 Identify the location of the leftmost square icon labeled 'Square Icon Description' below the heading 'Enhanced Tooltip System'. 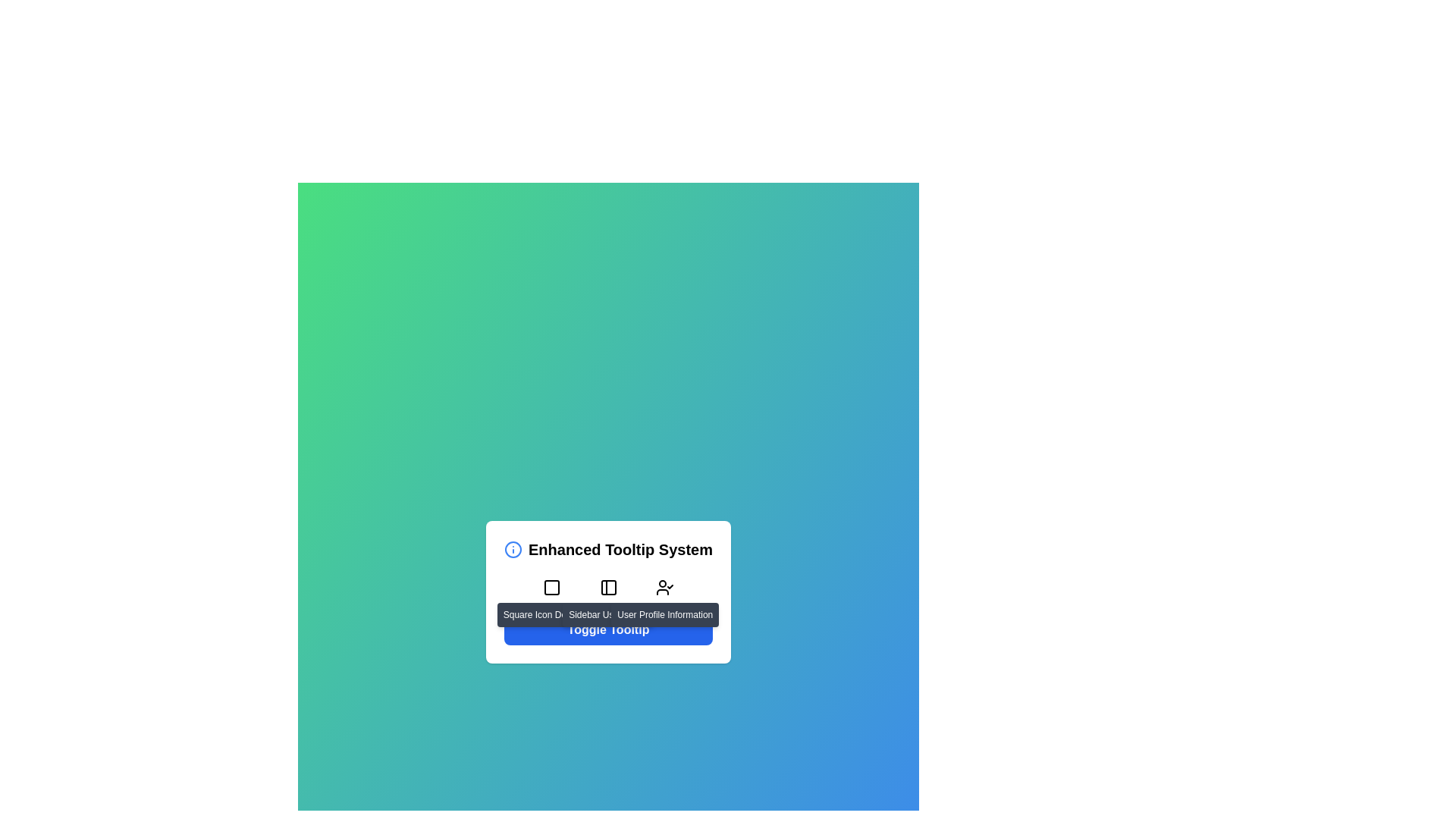
(551, 587).